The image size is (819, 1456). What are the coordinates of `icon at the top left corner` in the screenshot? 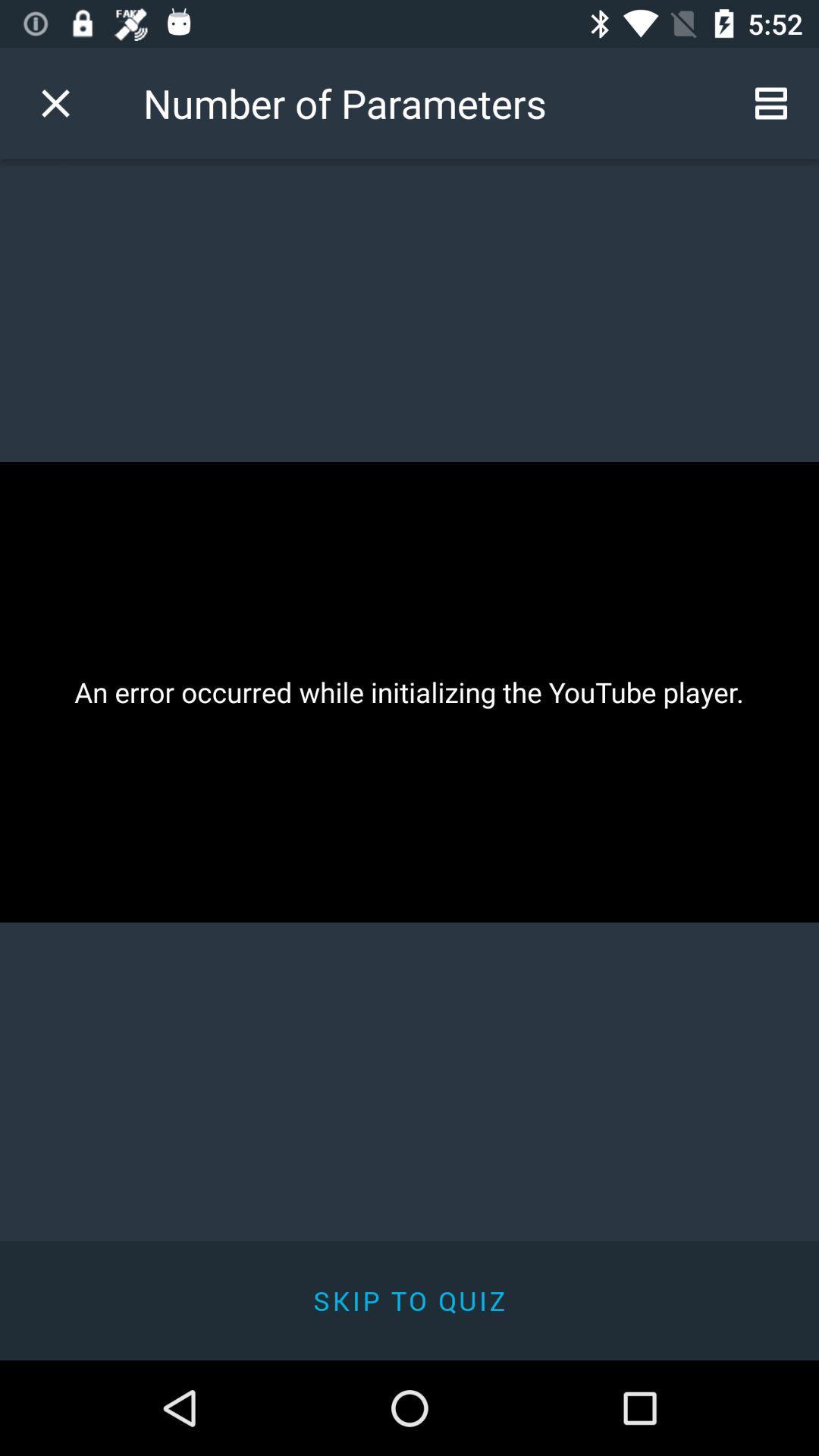 It's located at (55, 102).